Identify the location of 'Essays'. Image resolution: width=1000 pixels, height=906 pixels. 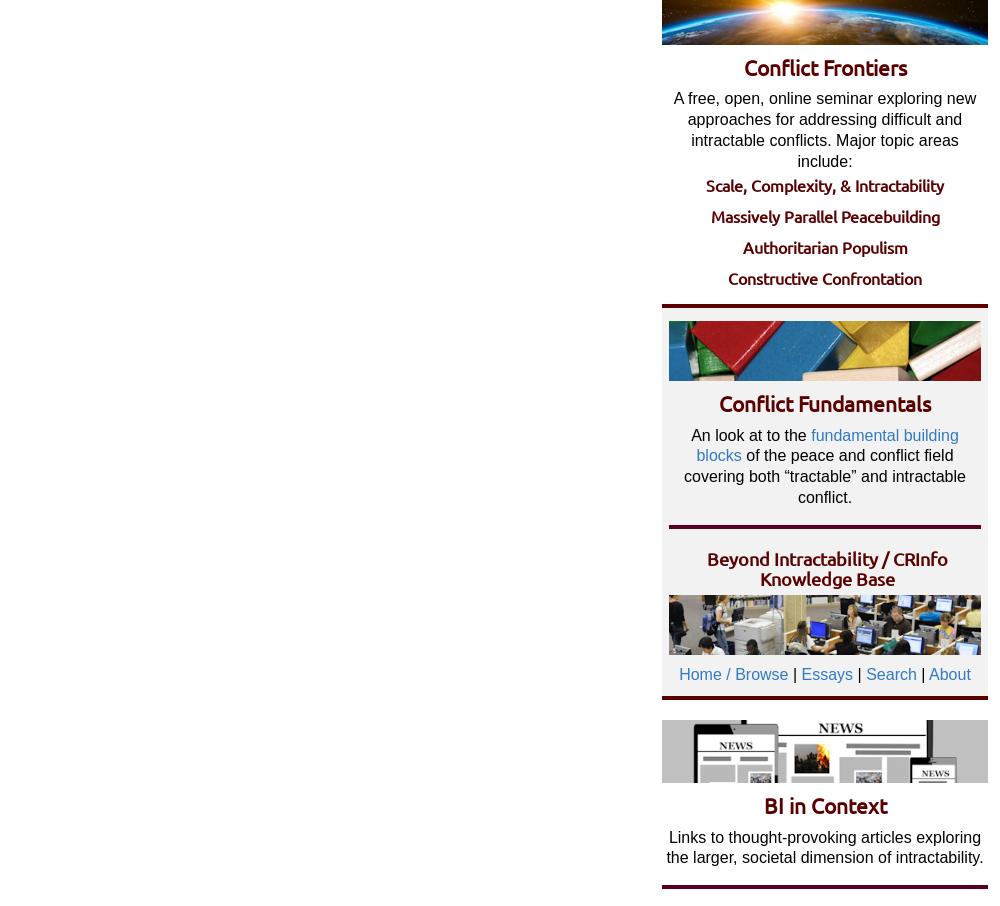
(801, 672).